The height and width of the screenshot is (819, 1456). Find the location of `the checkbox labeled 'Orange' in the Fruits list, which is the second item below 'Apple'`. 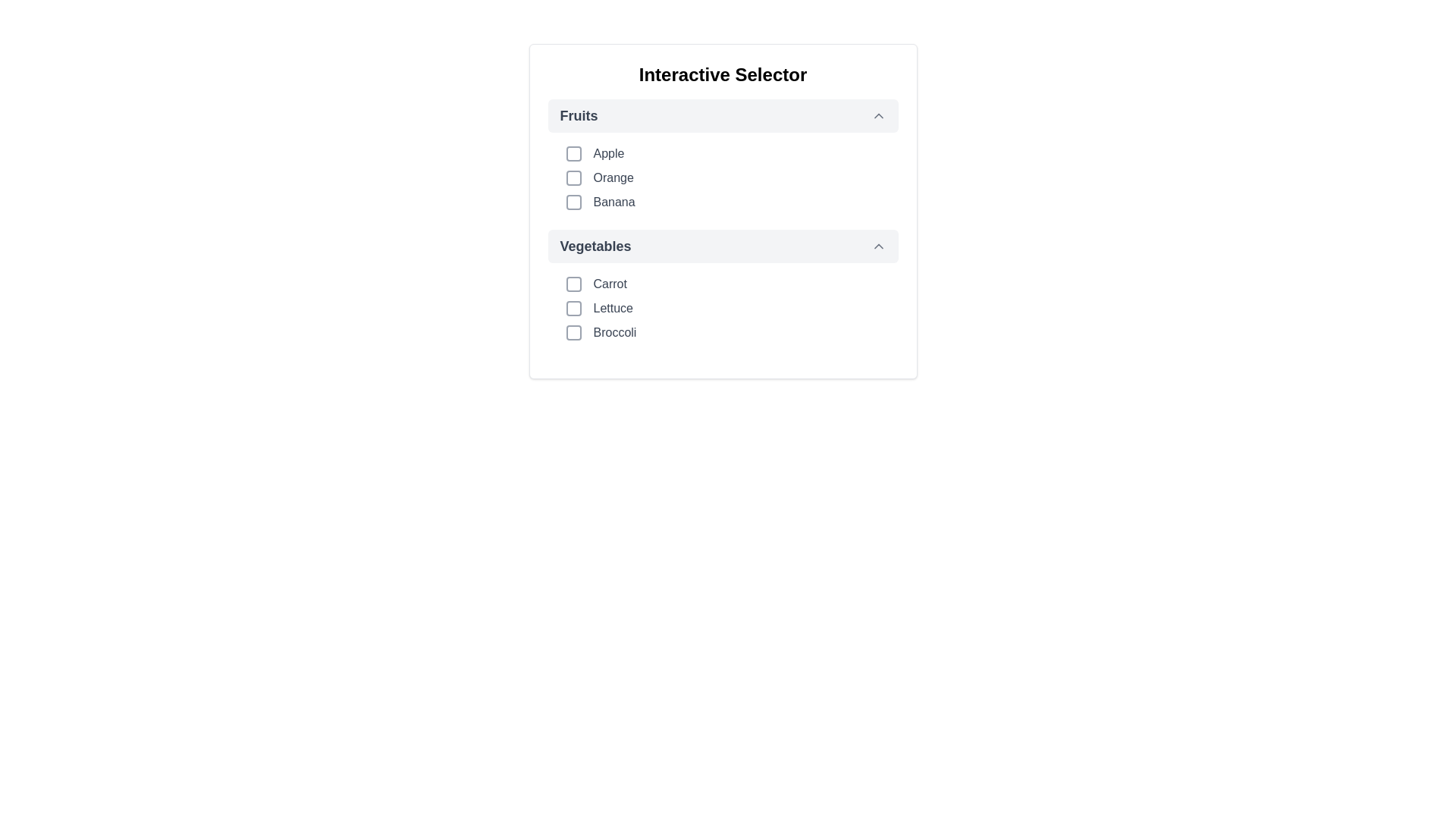

the checkbox labeled 'Orange' in the Fruits list, which is the second item below 'Apple' is located at coordinates (732, 177).